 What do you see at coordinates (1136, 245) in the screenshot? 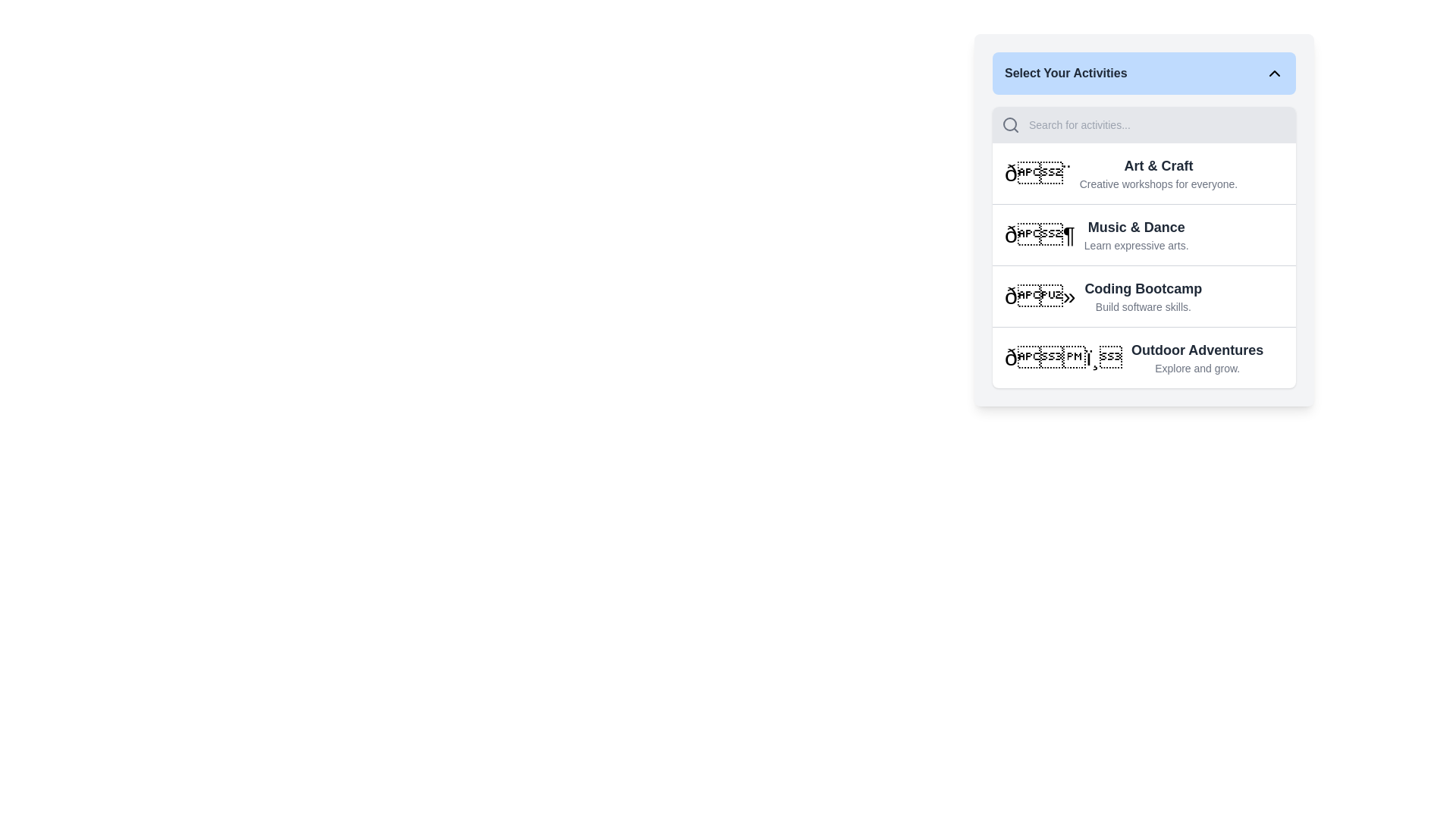
I see `the descriptive text snippet reading 'Learn expressive arts.' located beneath the heading 'Music & Dance'` at bounding box center [1136, 245].